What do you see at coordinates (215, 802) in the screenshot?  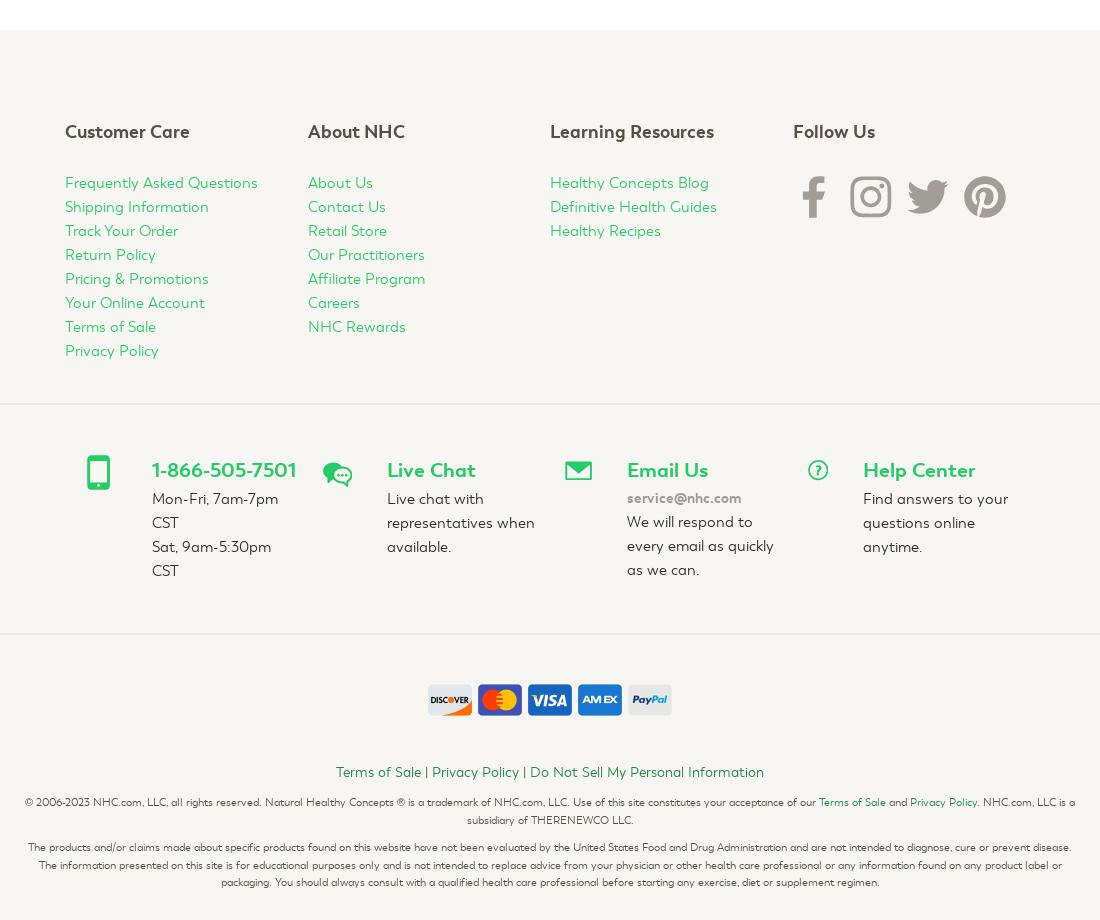 I see `'2006-2023 NHC.com, LLC,
        all rights reserved. Natural Healthy Concepts'` at bounding box center [215, 802].